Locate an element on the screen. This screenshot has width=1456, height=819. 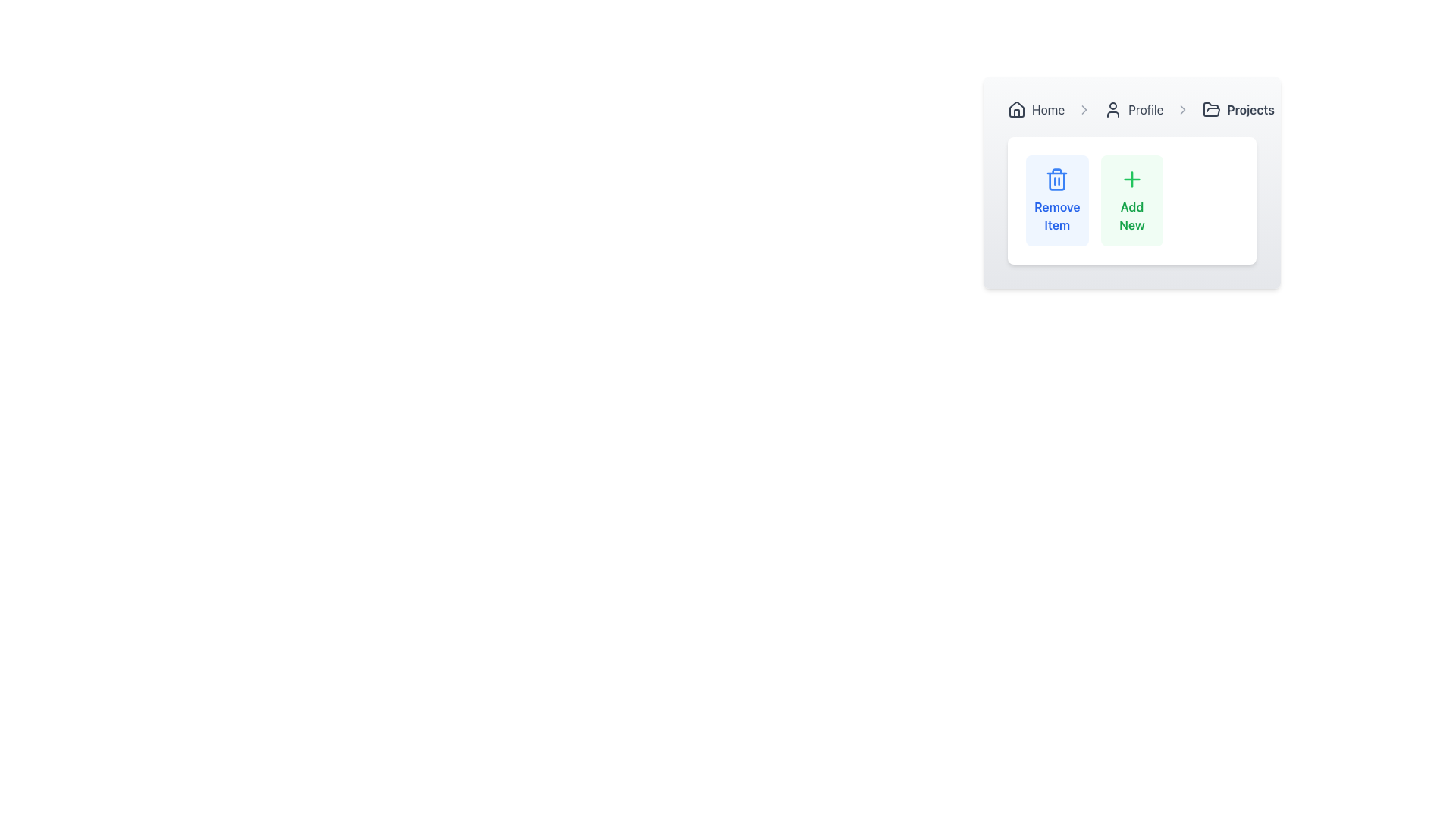
the green plus icon located at the center of the 'Add New' button, which is the second button in a pair of horizontally-aligned buttons under the breadcrumb navigation is located at coordinates (1131, 178).